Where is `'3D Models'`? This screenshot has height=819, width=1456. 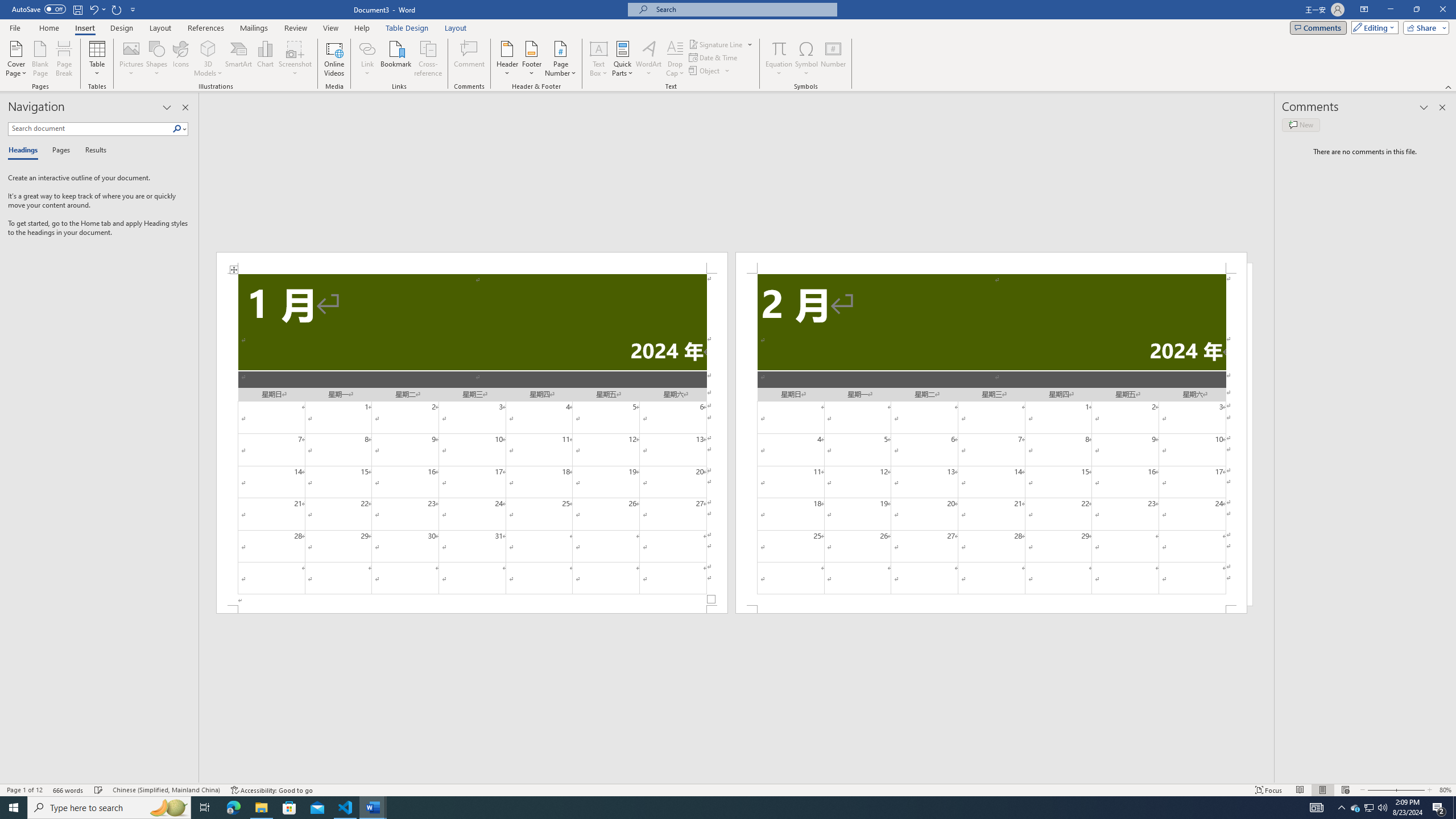
'3D Models' is located at coordinates (208, 59).